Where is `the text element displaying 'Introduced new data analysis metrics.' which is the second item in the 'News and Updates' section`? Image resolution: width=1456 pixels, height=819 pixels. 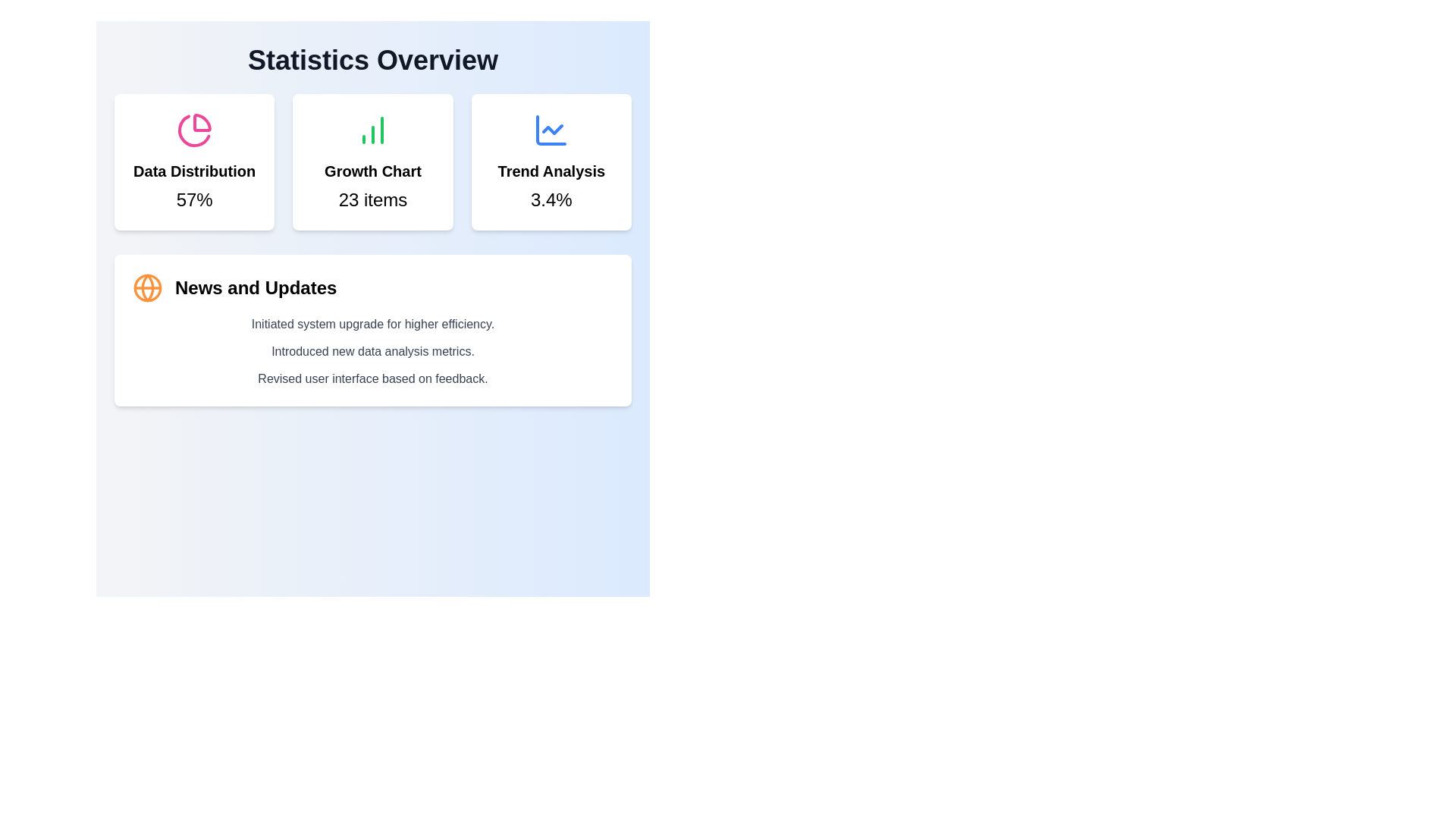 the text element displaying 'Introduced new data analysis metrics.' which is the second item in the 'News and Updates' section is located at coordinates (372, 351).